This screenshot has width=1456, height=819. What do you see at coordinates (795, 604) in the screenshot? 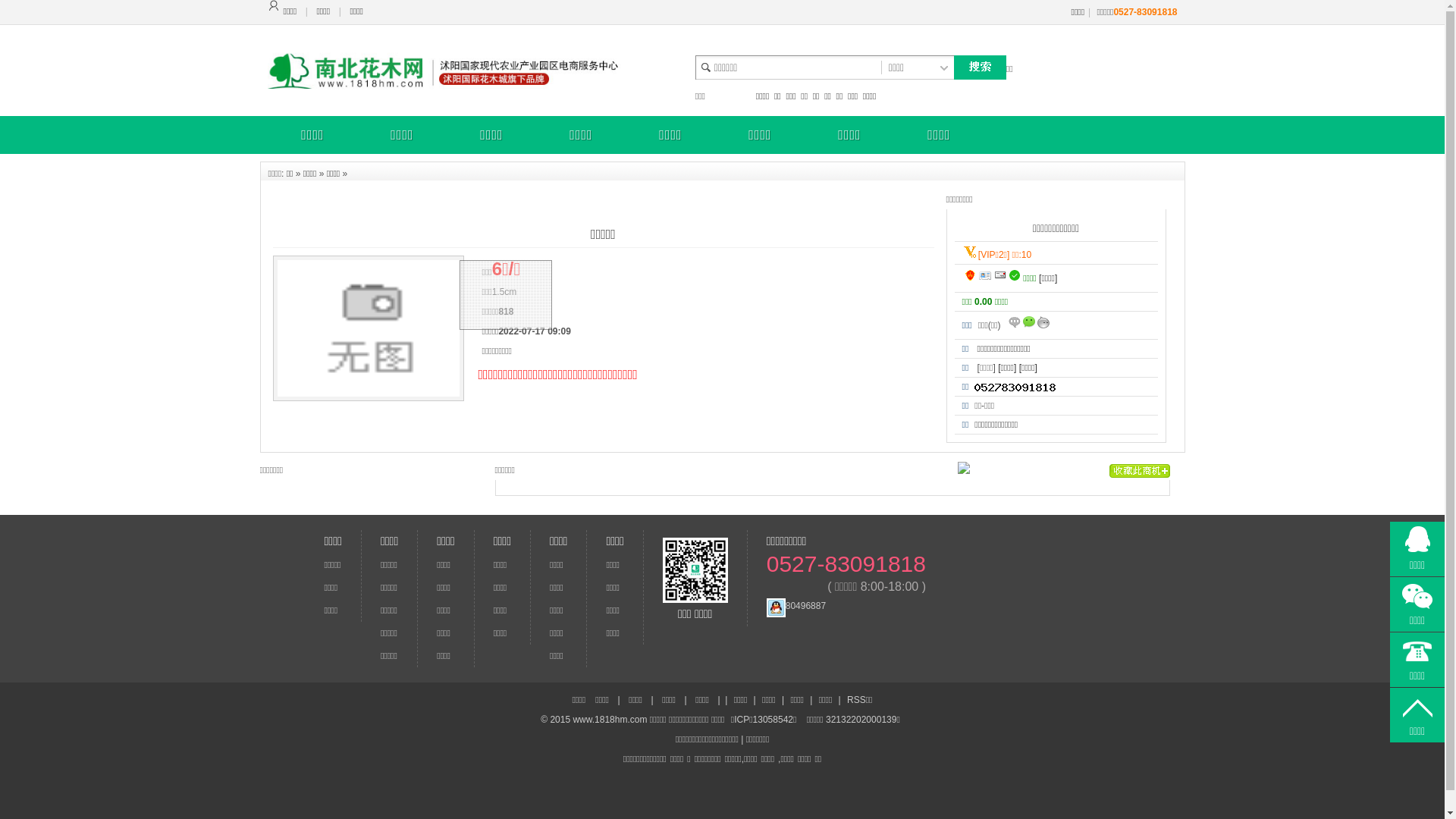
I see `'80496887'` at bounding box center [795, 604].